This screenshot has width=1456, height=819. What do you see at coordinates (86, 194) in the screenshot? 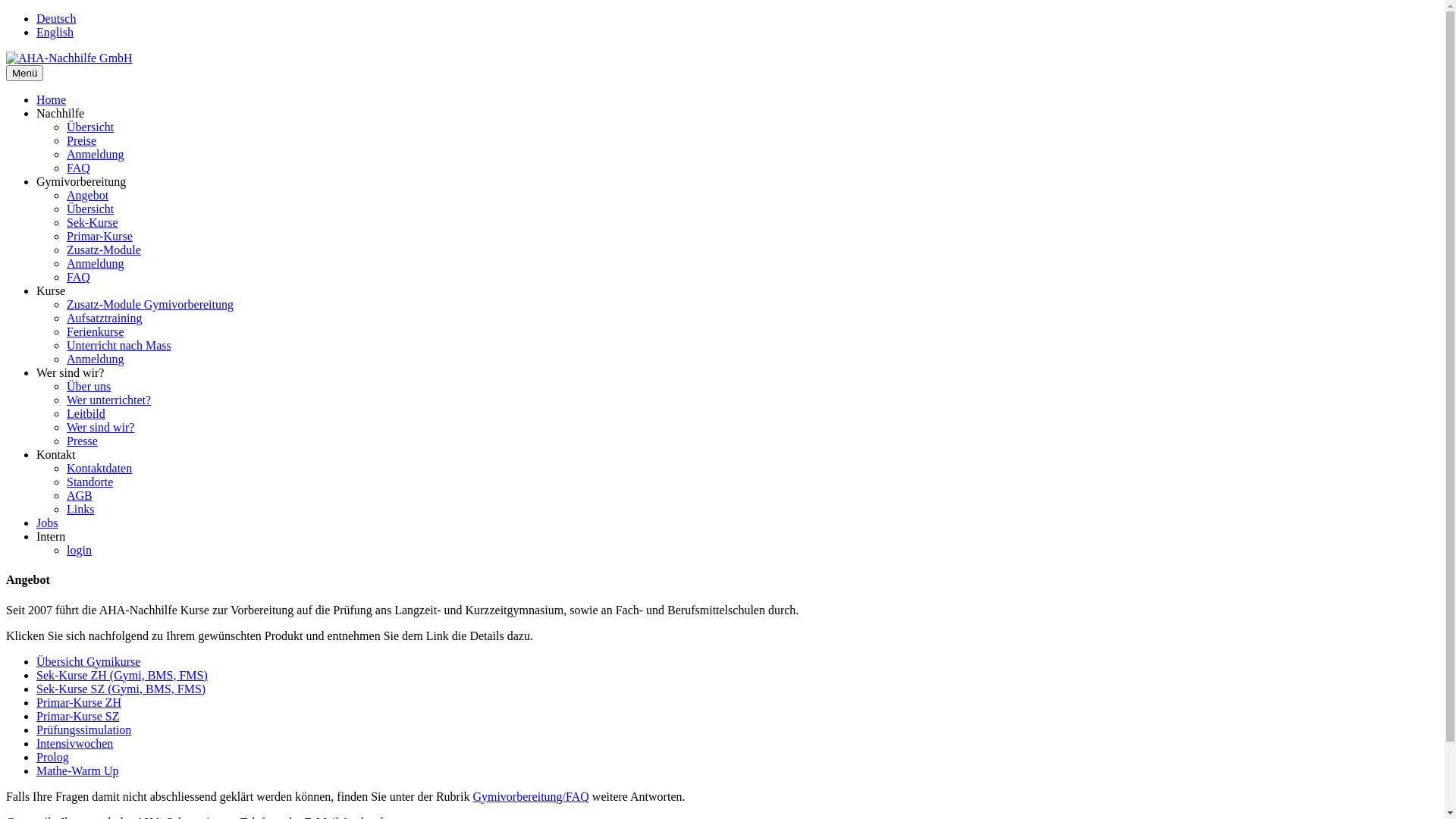
I see `'Angebot'` at bounding box center [86, 194].